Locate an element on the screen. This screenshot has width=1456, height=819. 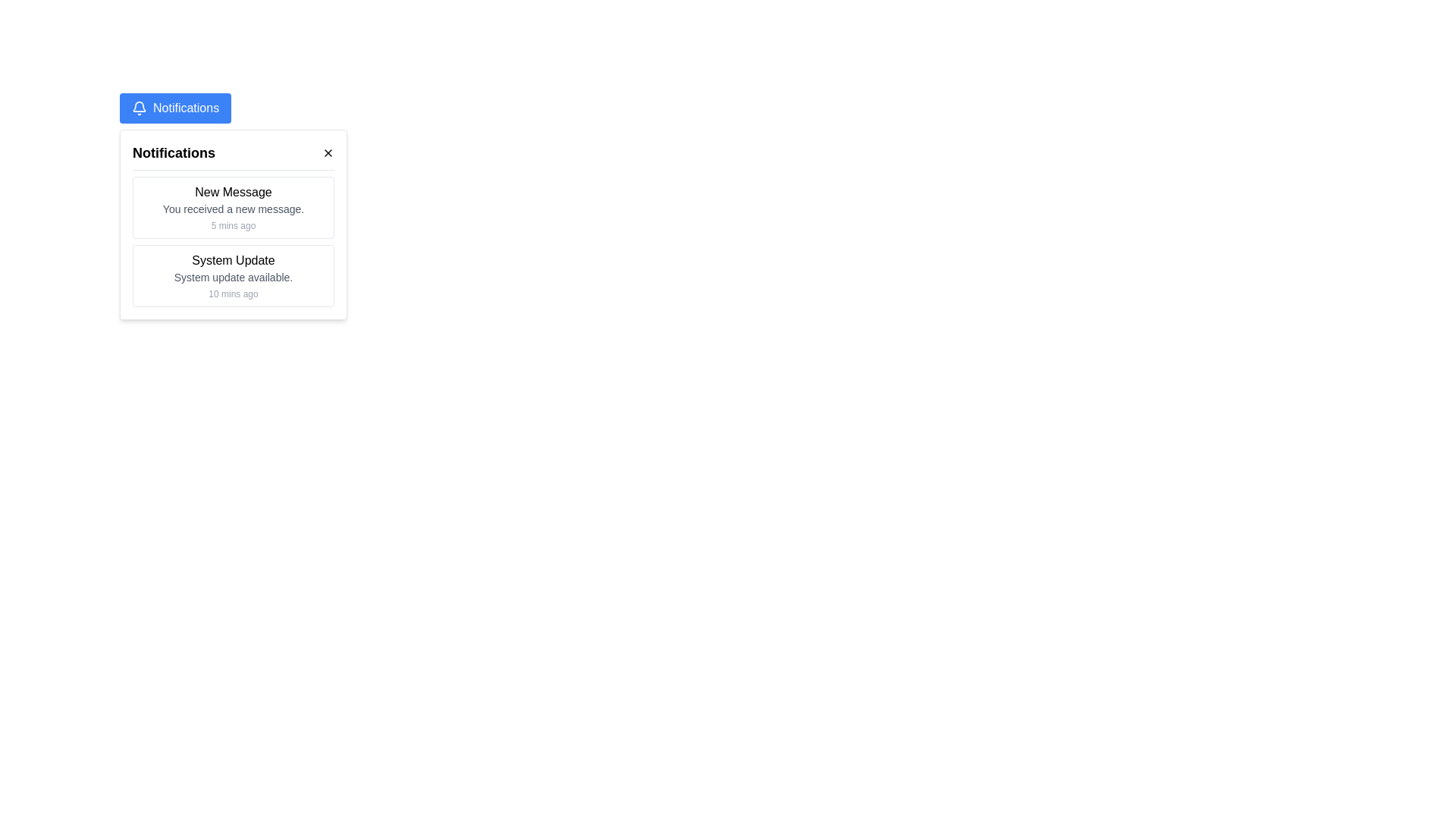
the Notification List in the dropdown notification panel to navigate with keyboard is located at coordinates (232, 241).